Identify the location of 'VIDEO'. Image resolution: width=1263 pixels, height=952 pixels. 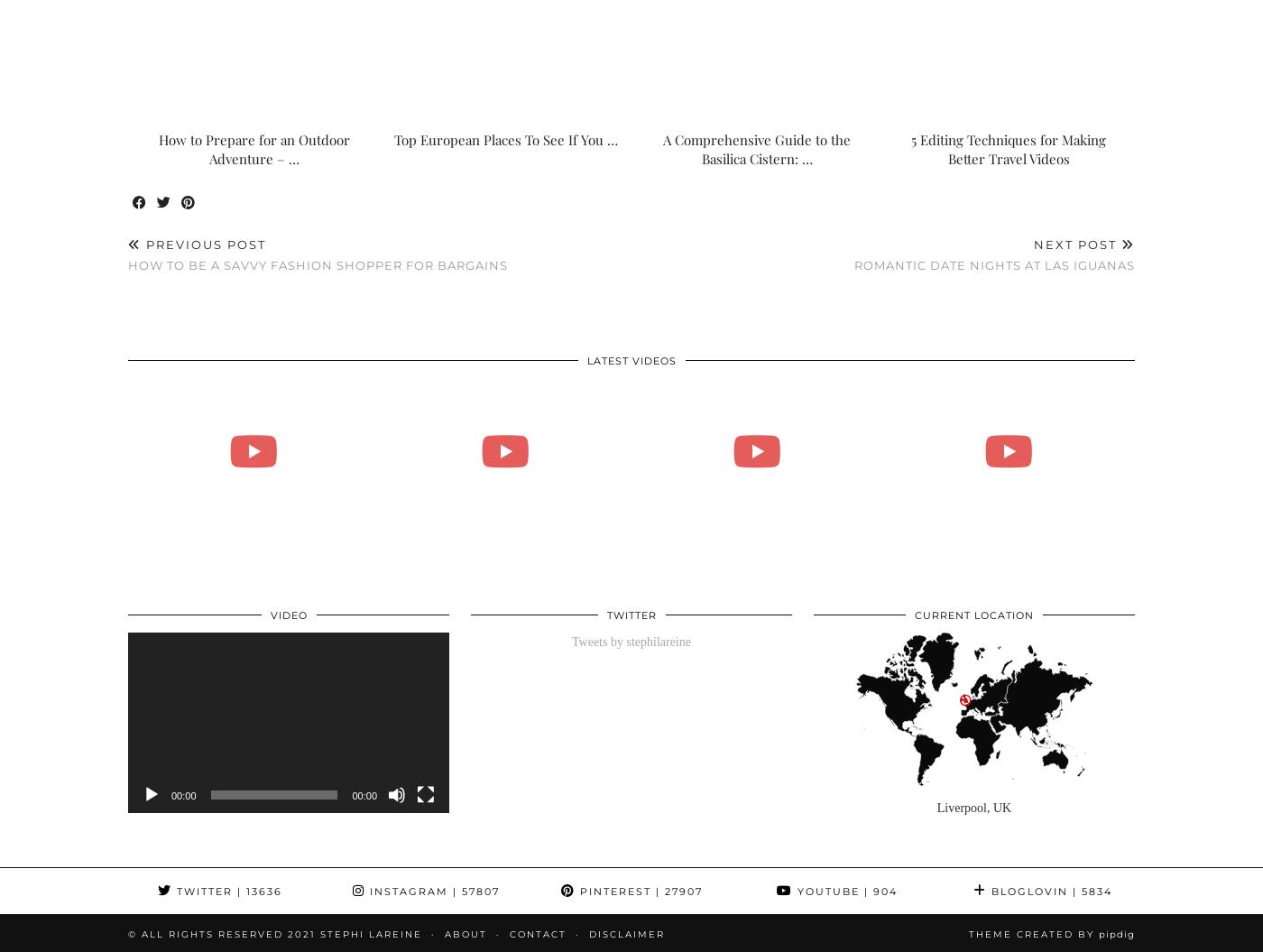
(288, 614).